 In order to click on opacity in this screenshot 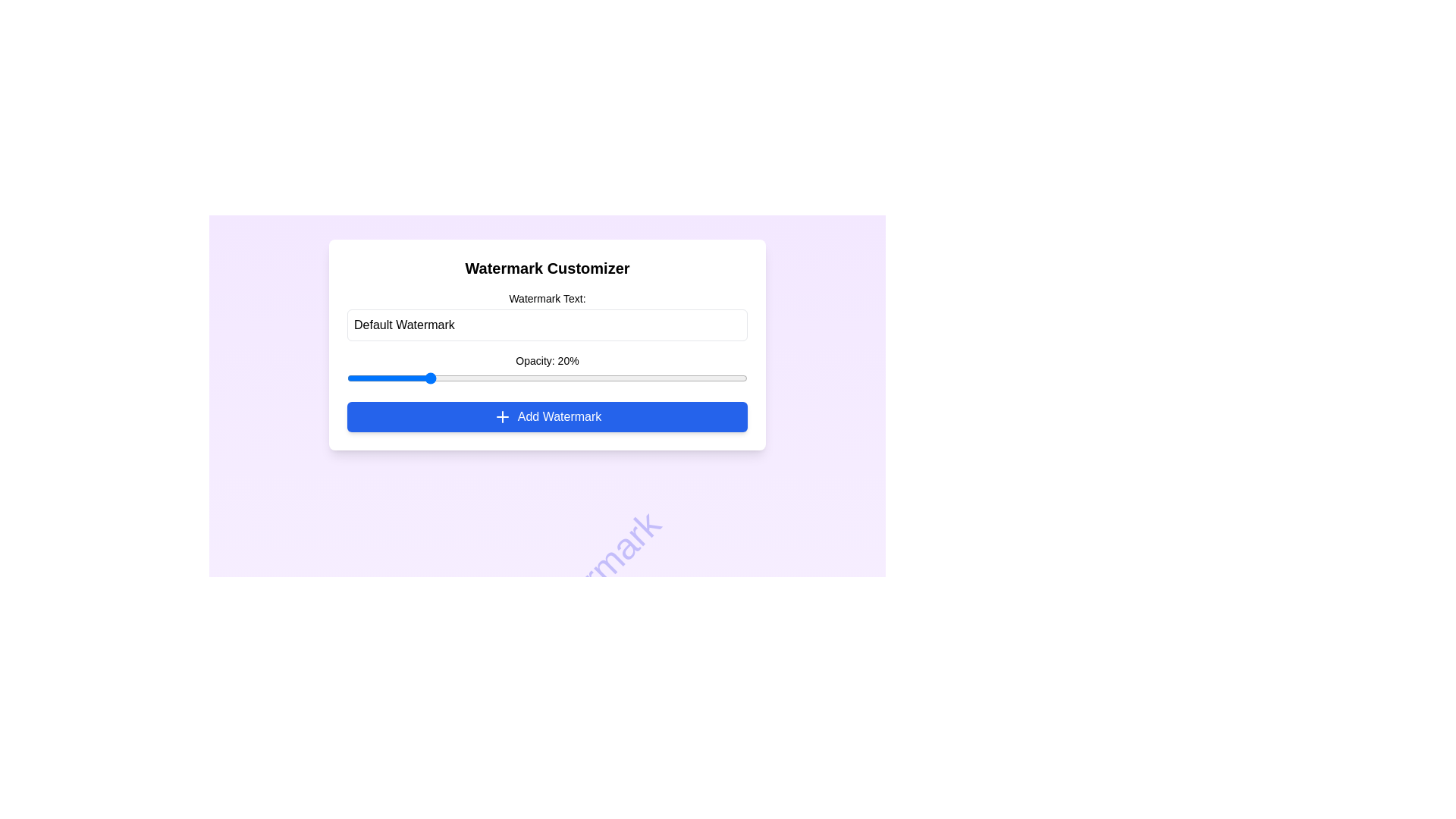, I will do `click(346, 377)`.